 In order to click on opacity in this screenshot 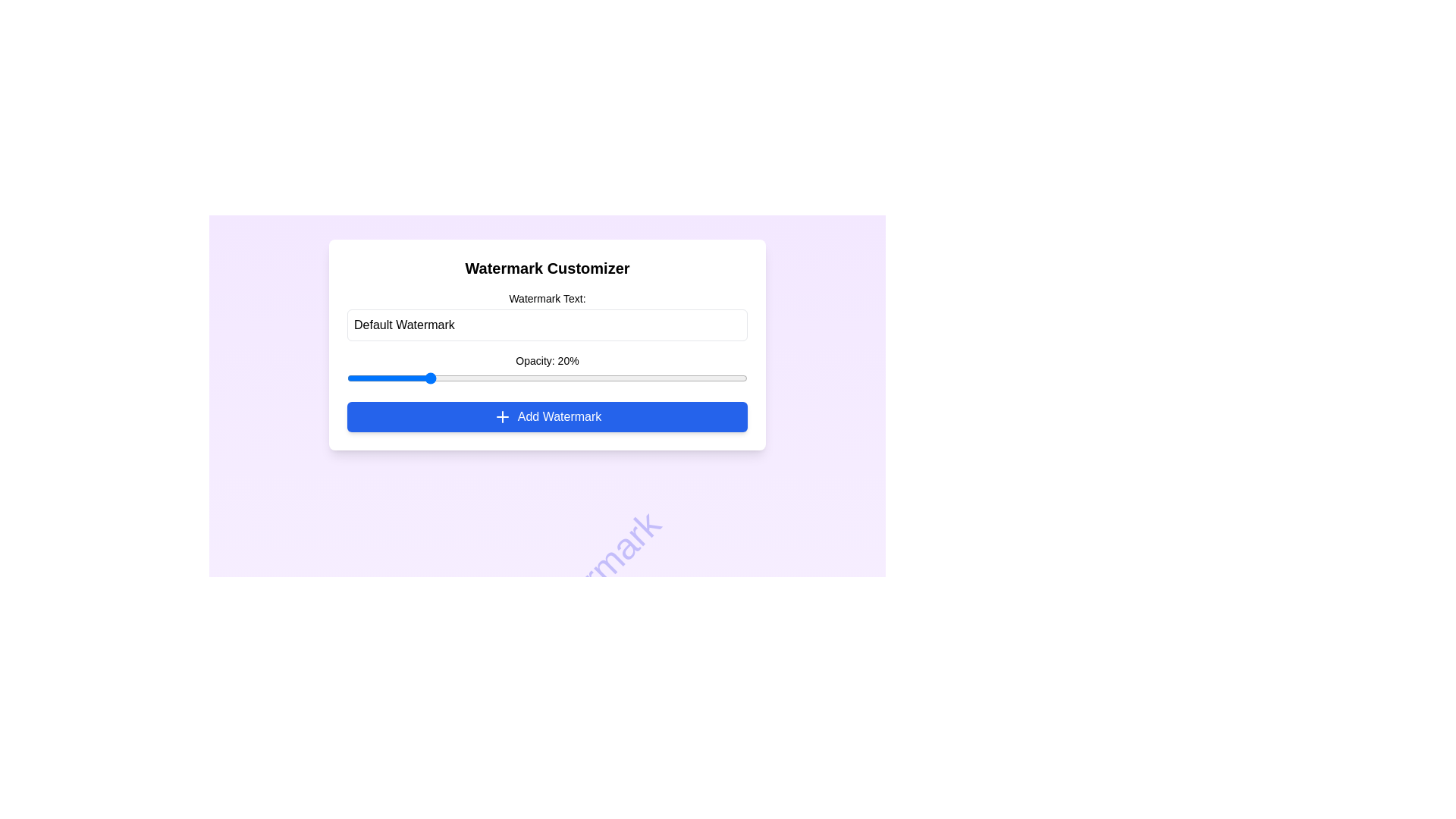, I will do `click(346, 377)`.